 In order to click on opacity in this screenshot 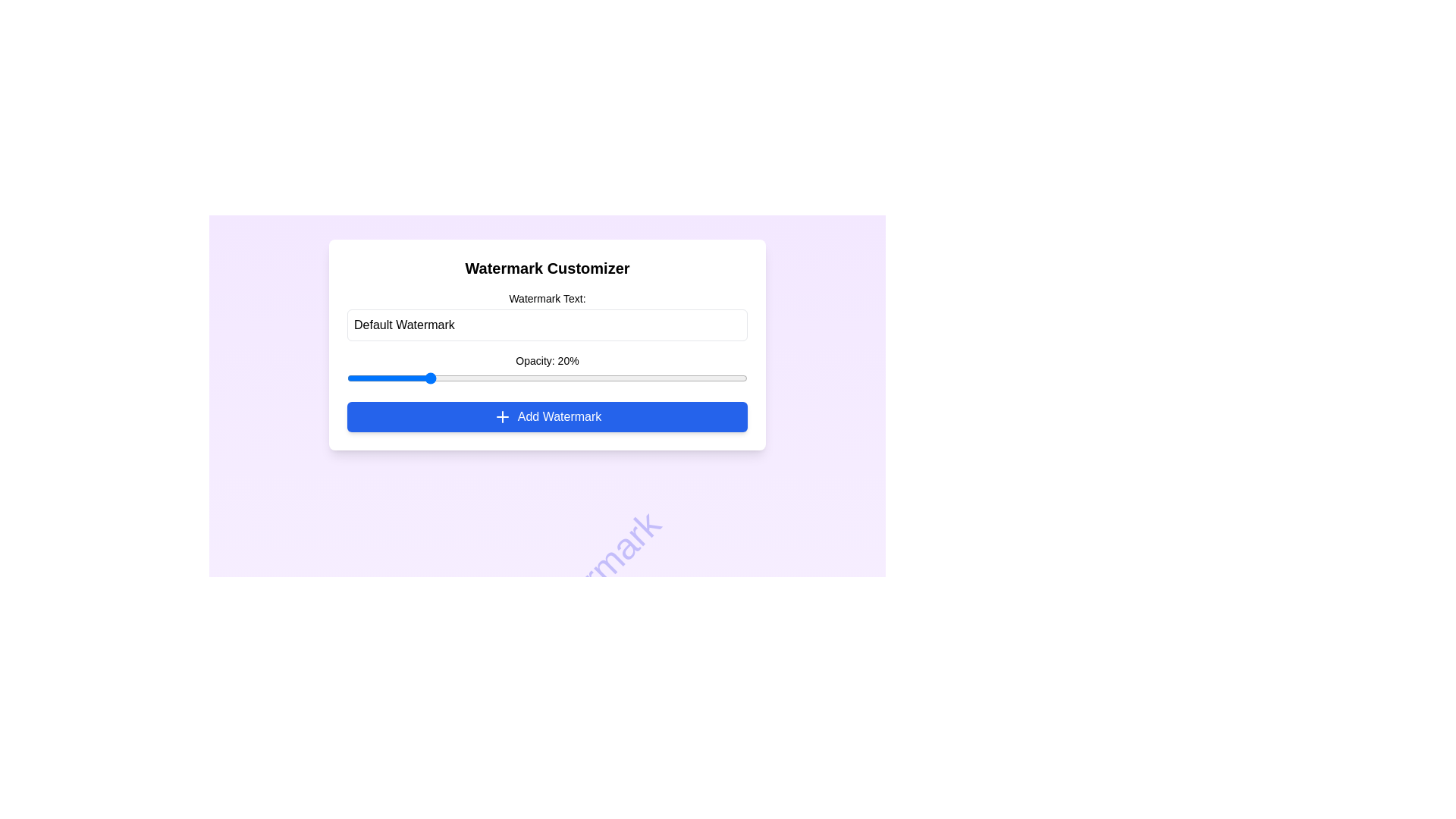, I will do `click(346, 377)`.